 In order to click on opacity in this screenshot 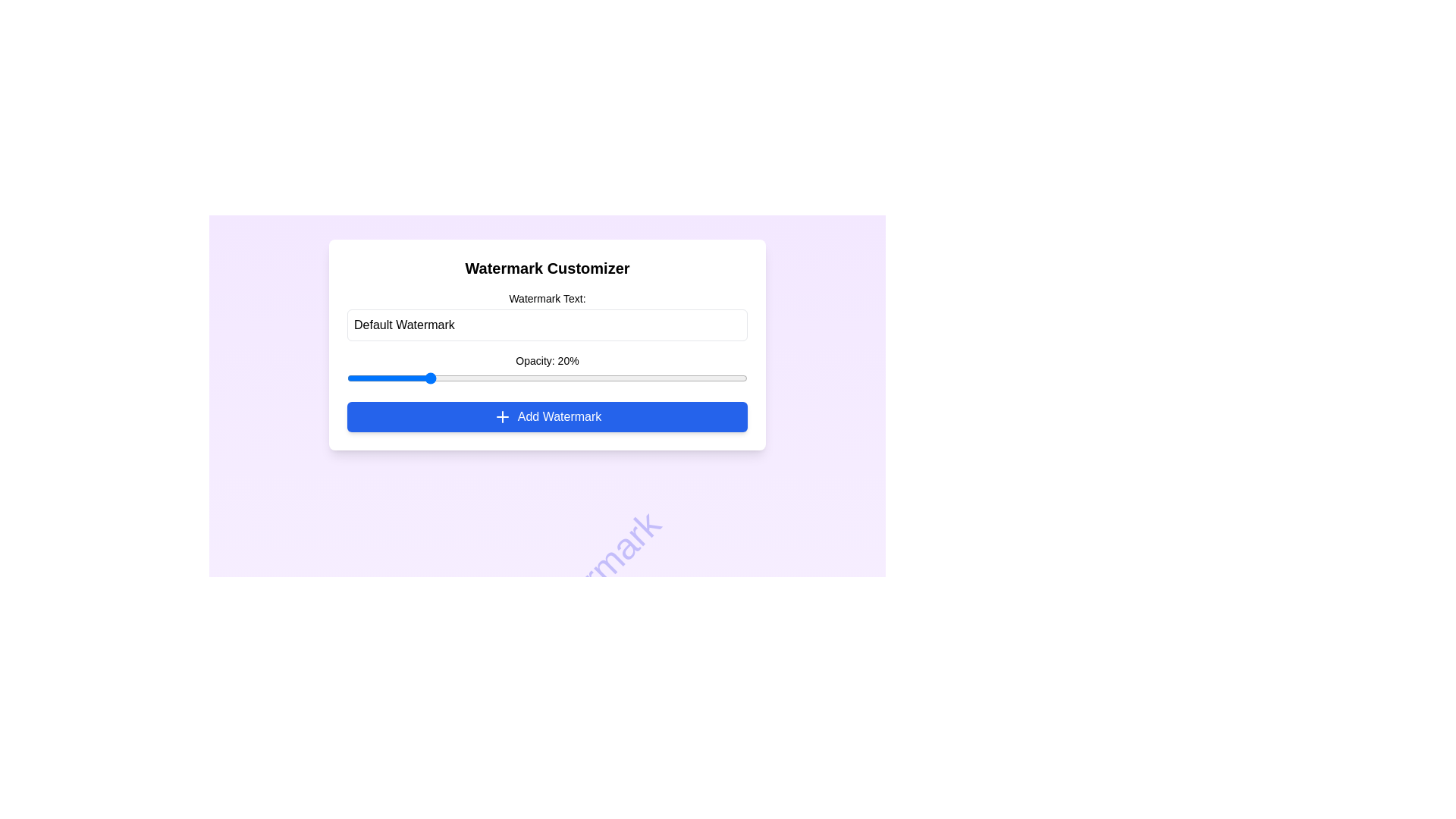, I will do `click(346, 377)`.